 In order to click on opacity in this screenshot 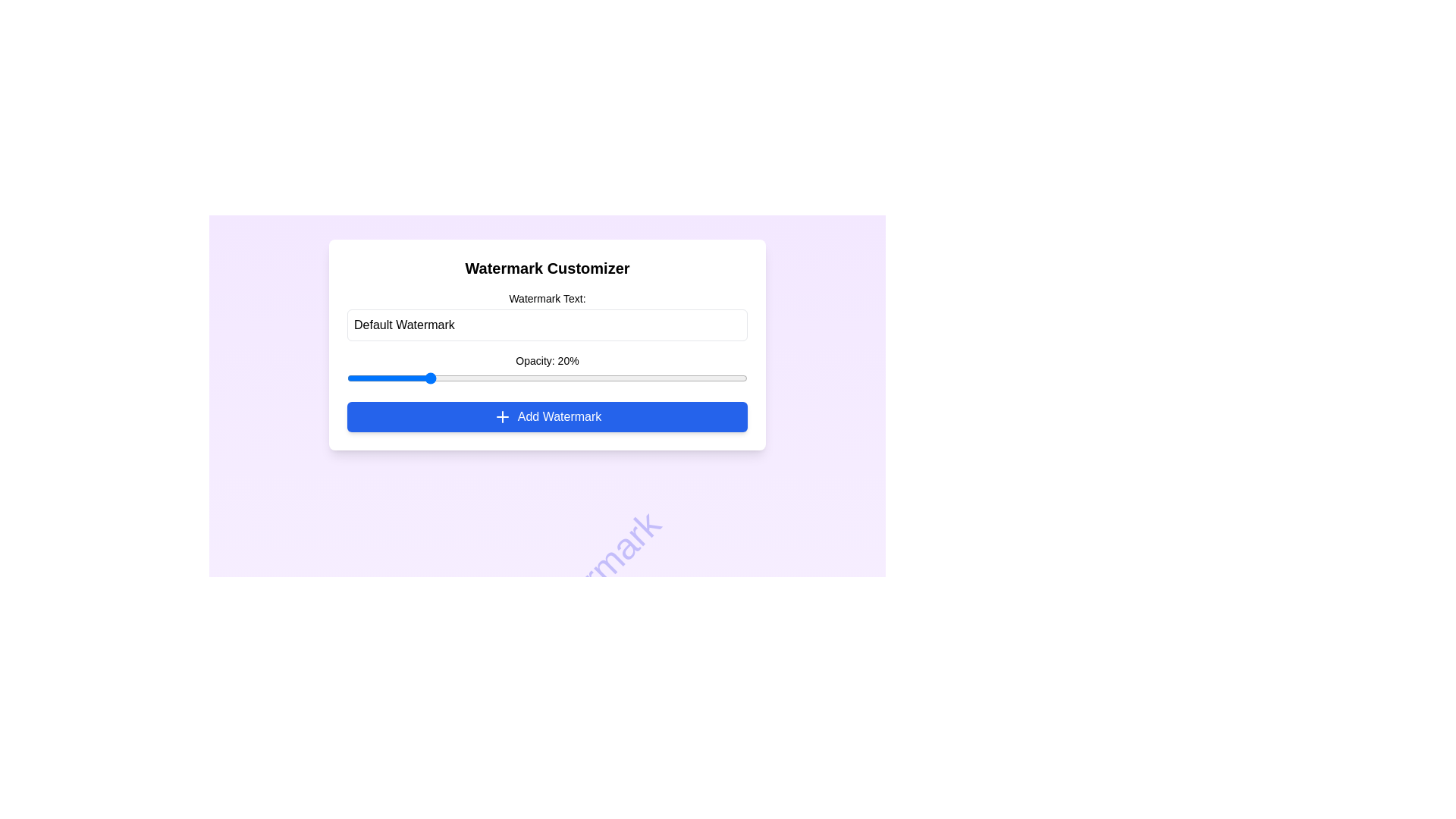, I will do `click(346, 377)`.